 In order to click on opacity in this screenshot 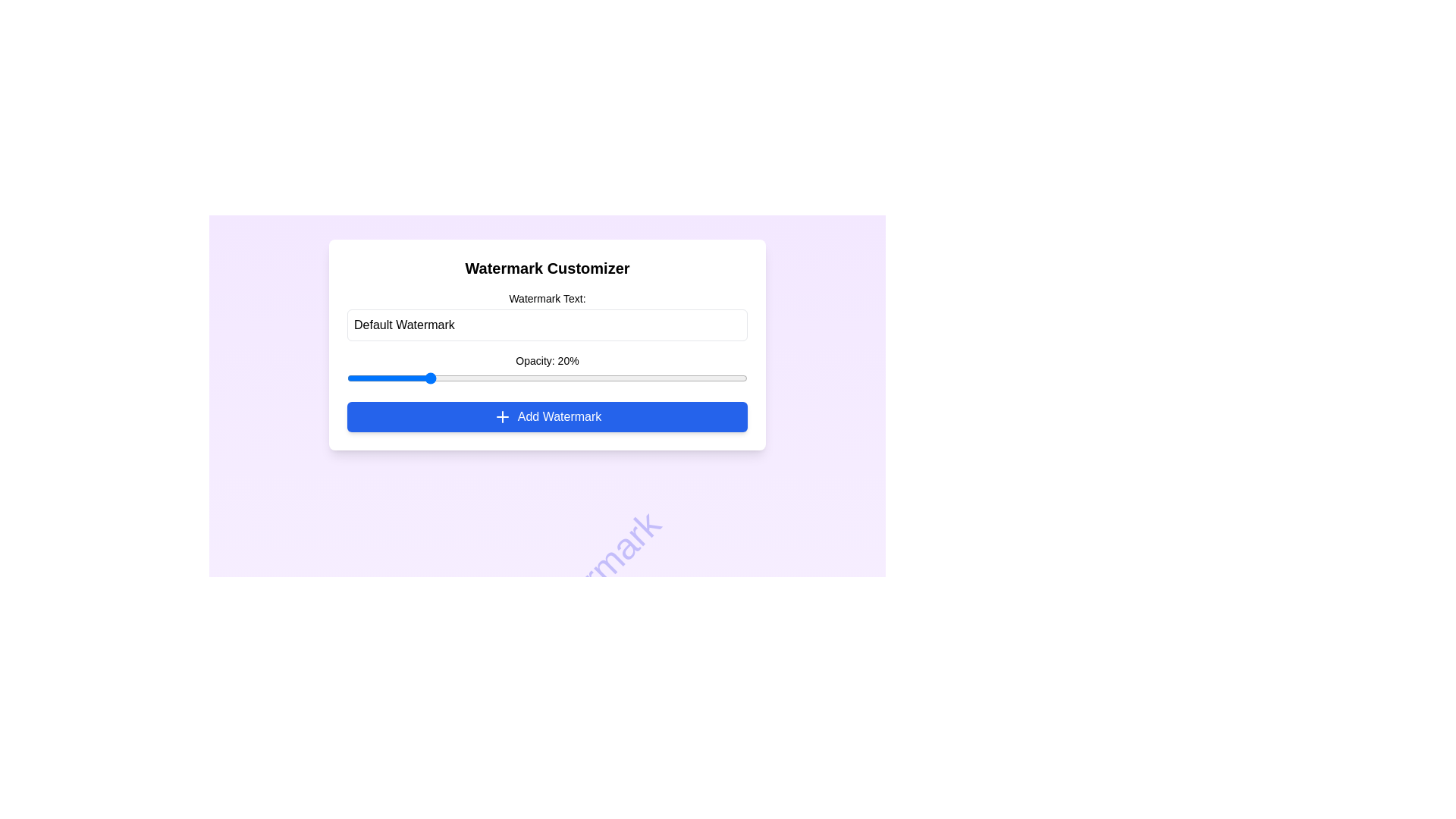, I will do `click(346, 377)`.